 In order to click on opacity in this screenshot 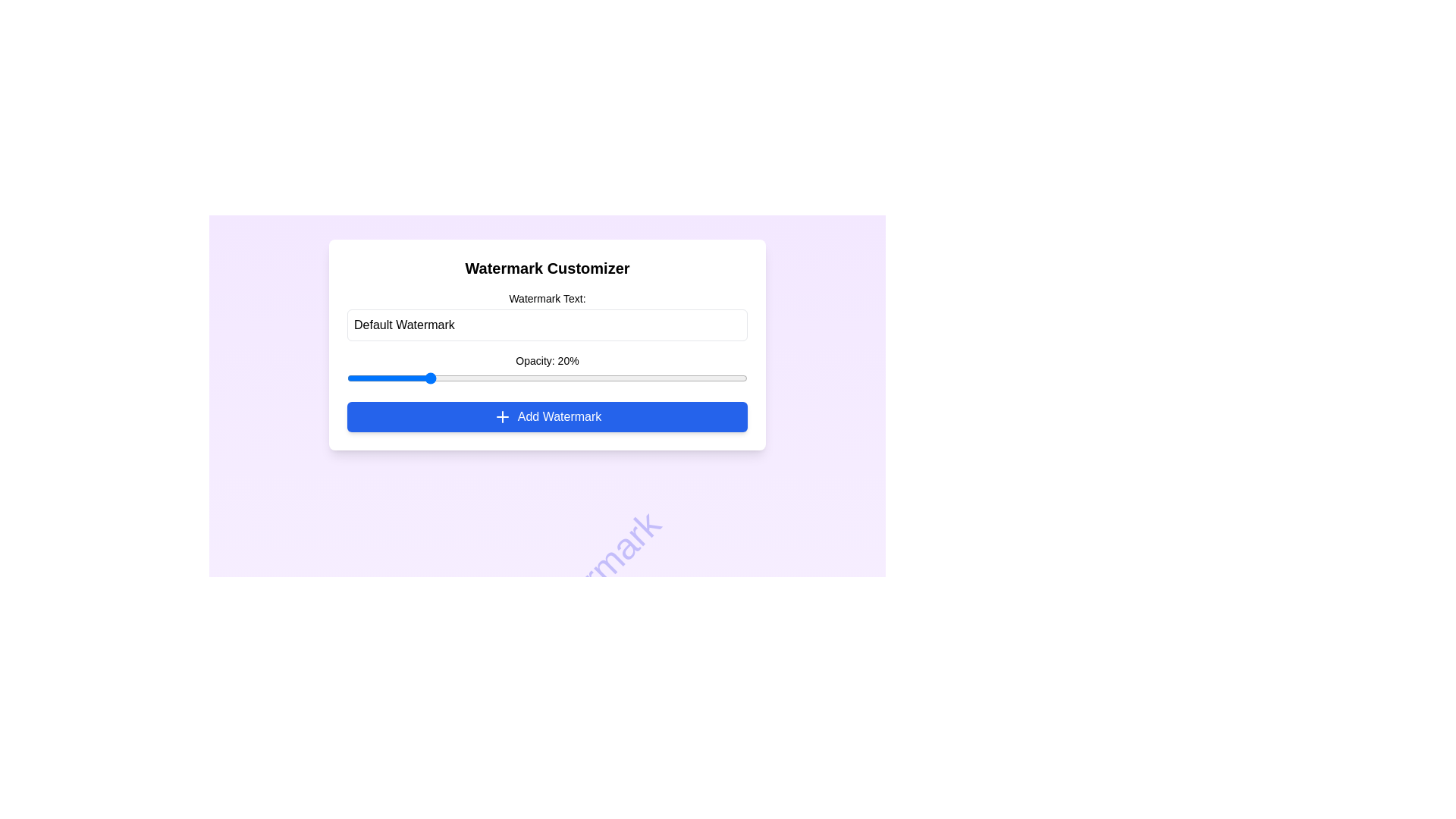, I will do `click(346, 377)`.